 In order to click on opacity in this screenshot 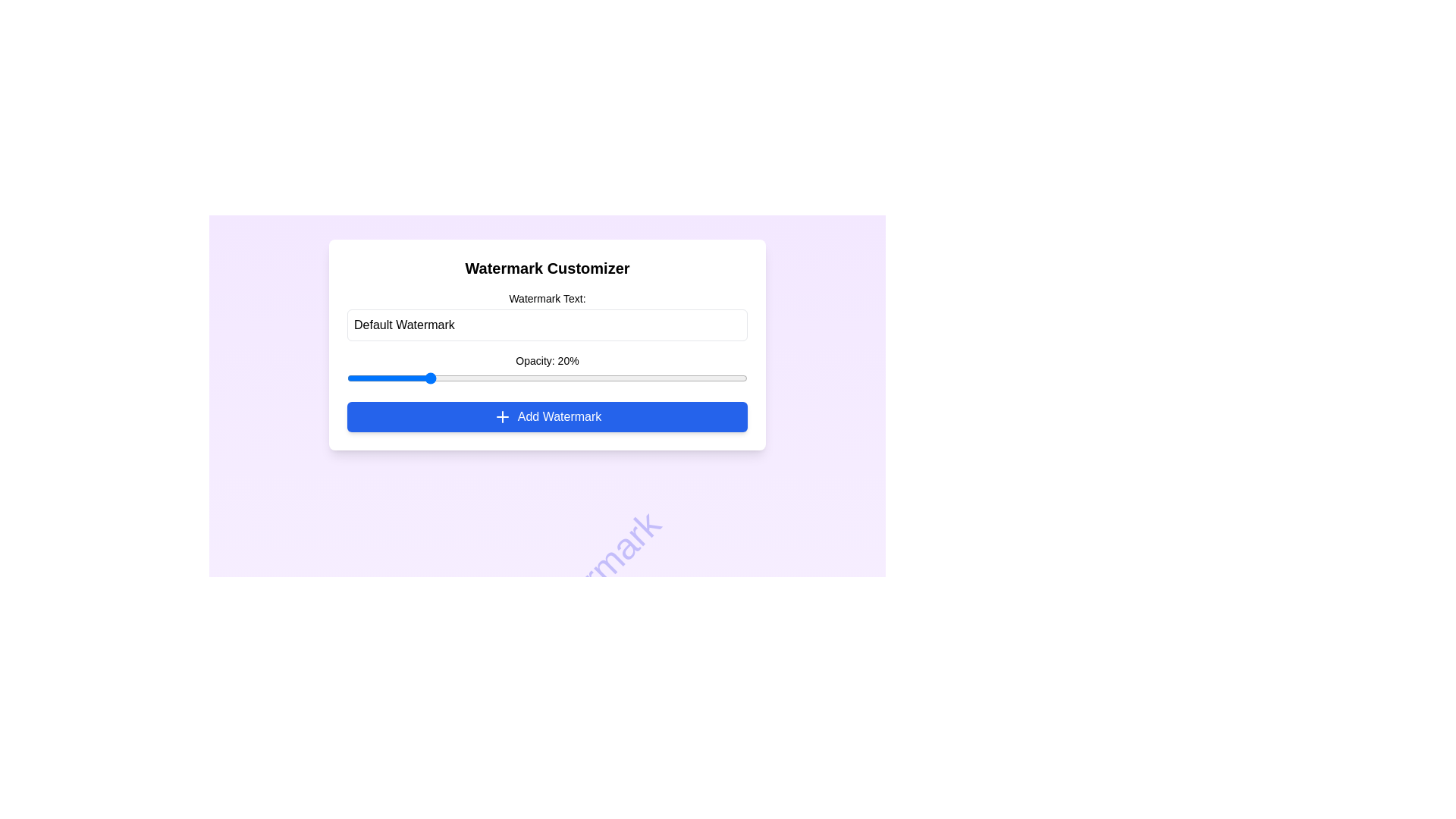, I will do `click(346, 377)`.